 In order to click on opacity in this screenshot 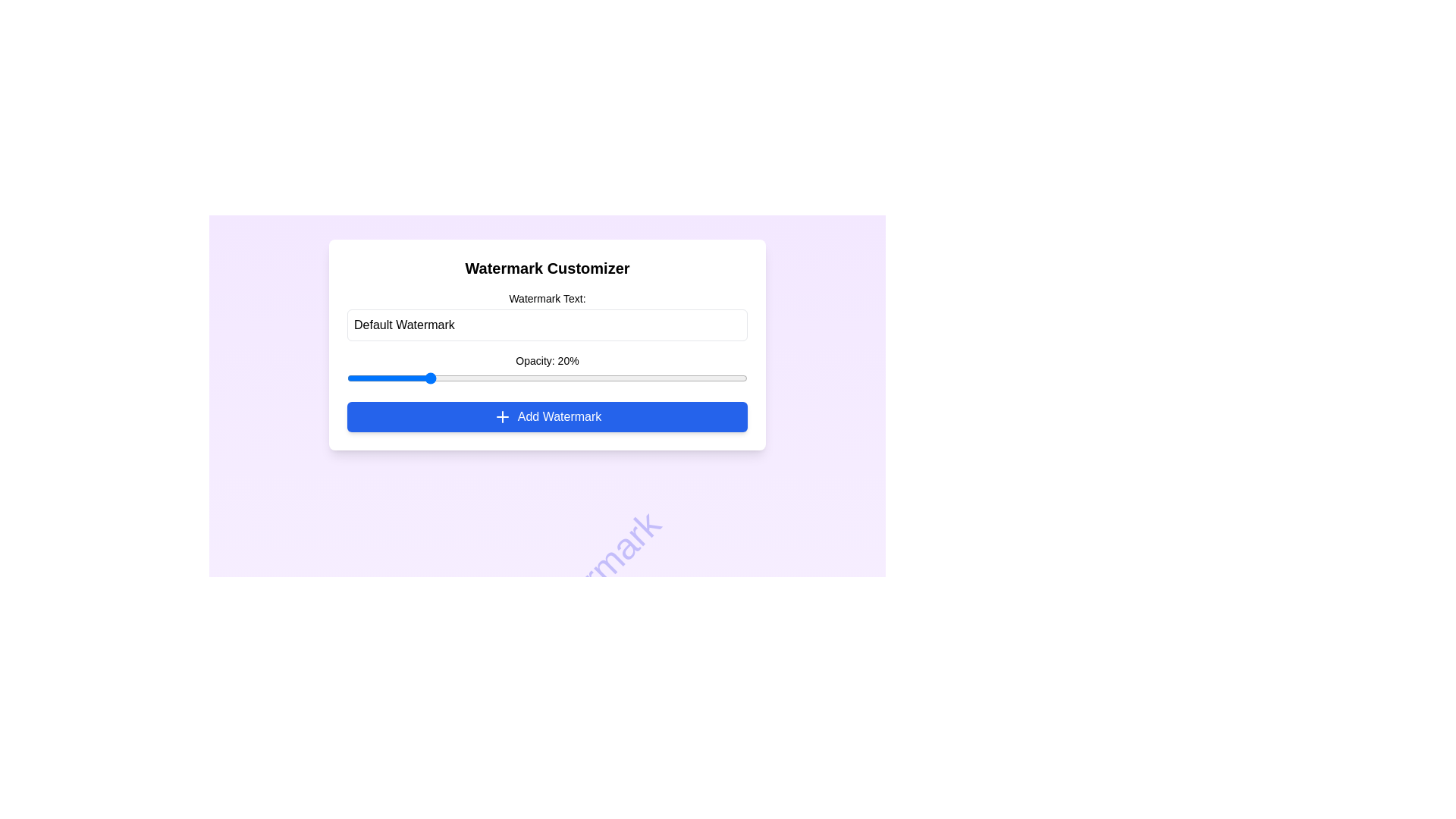, I will do `click(346, 377)`.